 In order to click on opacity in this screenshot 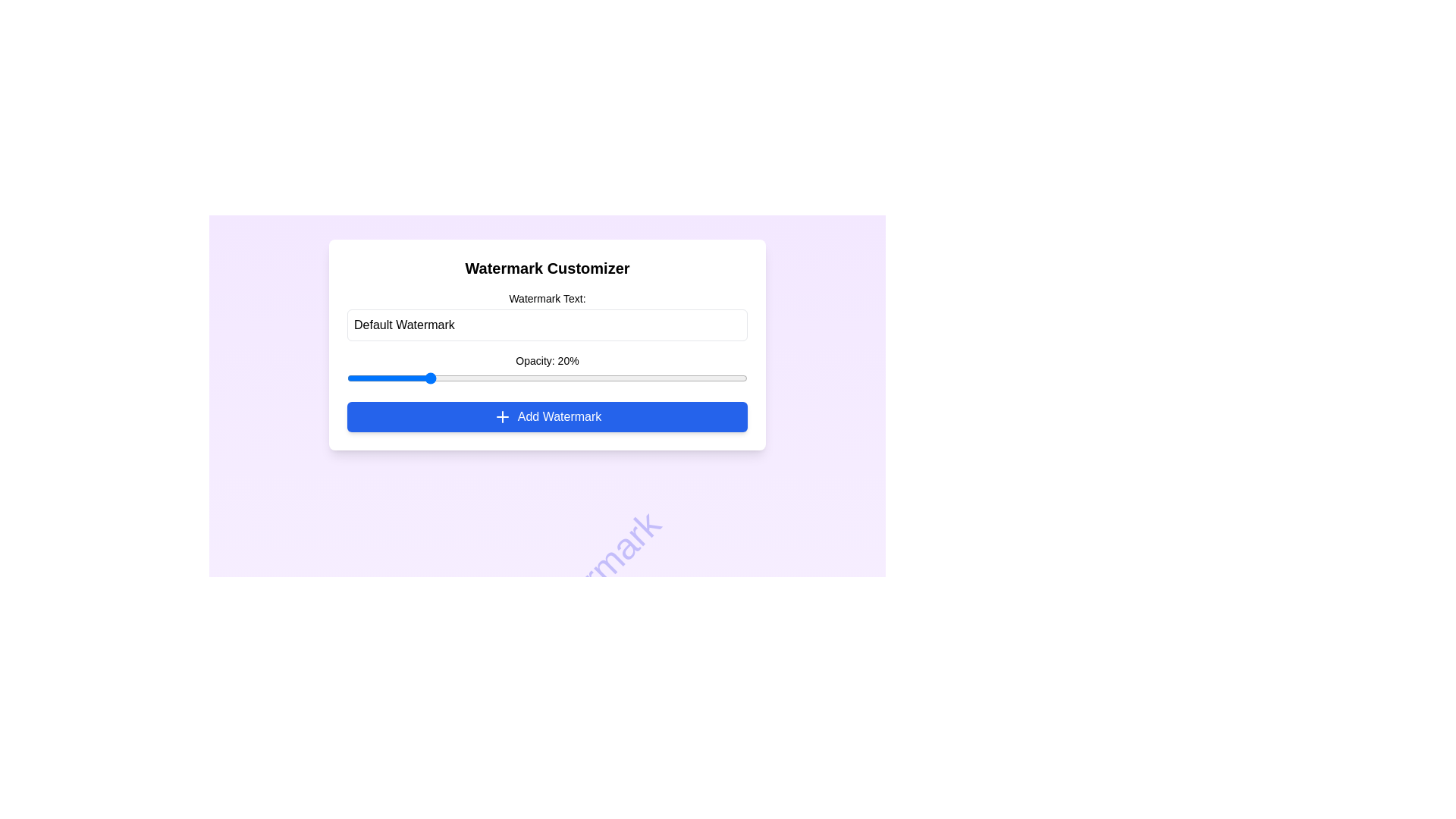, I will do `click(346, 377)`.